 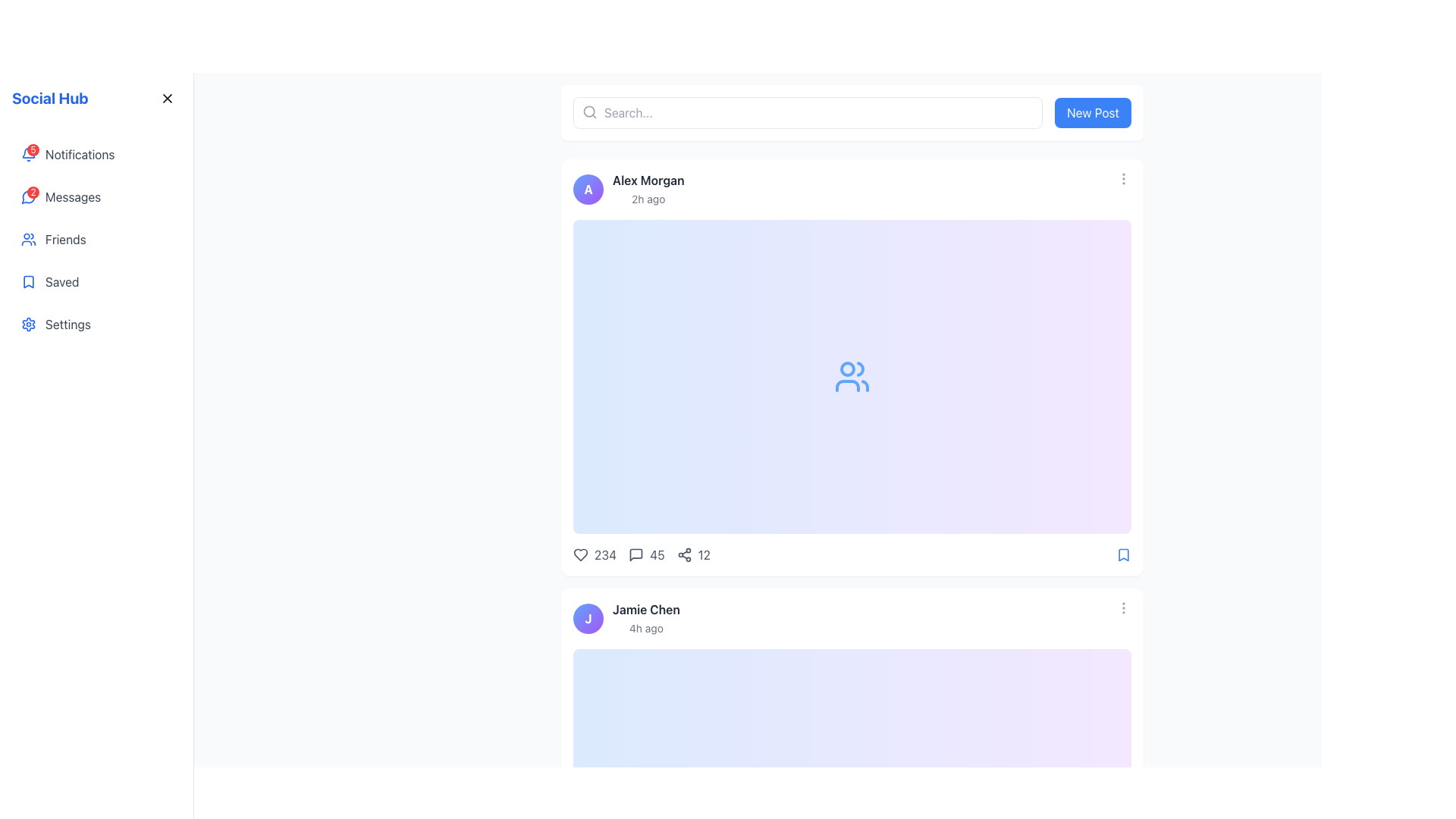 I want to click on the interactive counter displaying the number '45' and comment icon, so click(x=646, y=555).